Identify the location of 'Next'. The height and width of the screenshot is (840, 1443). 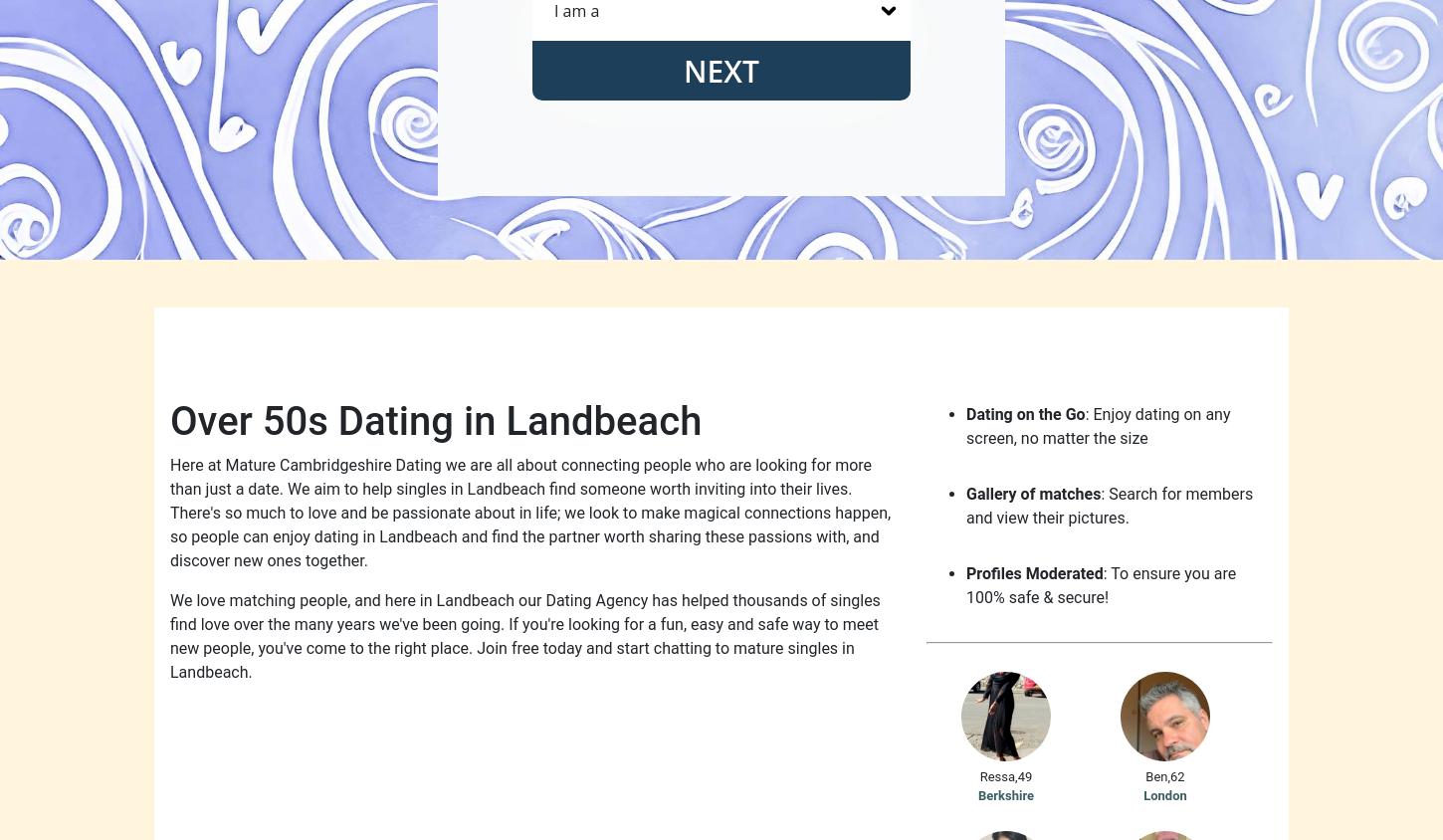
(720, 69).